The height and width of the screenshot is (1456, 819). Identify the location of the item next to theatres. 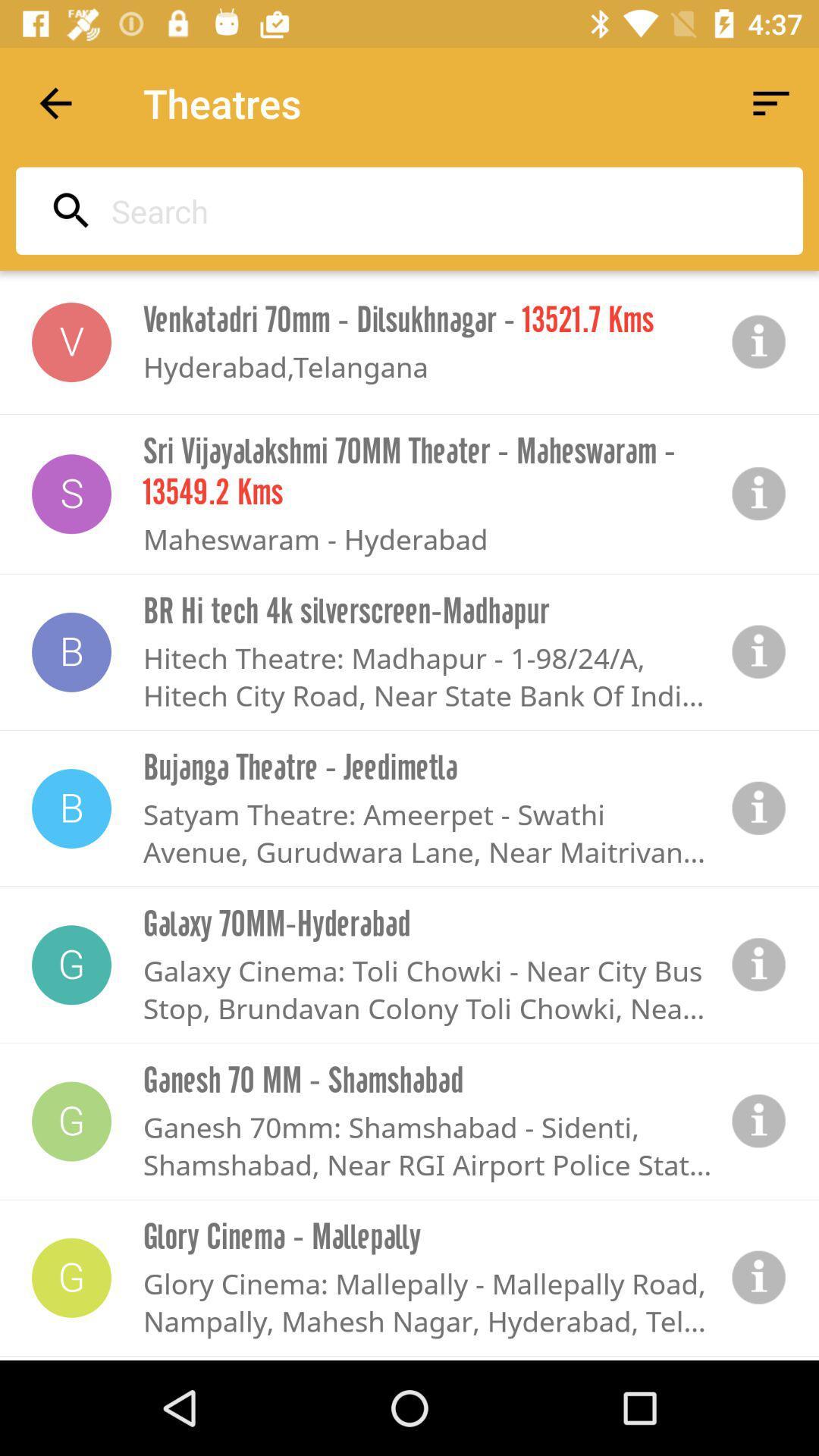
(55, 102).